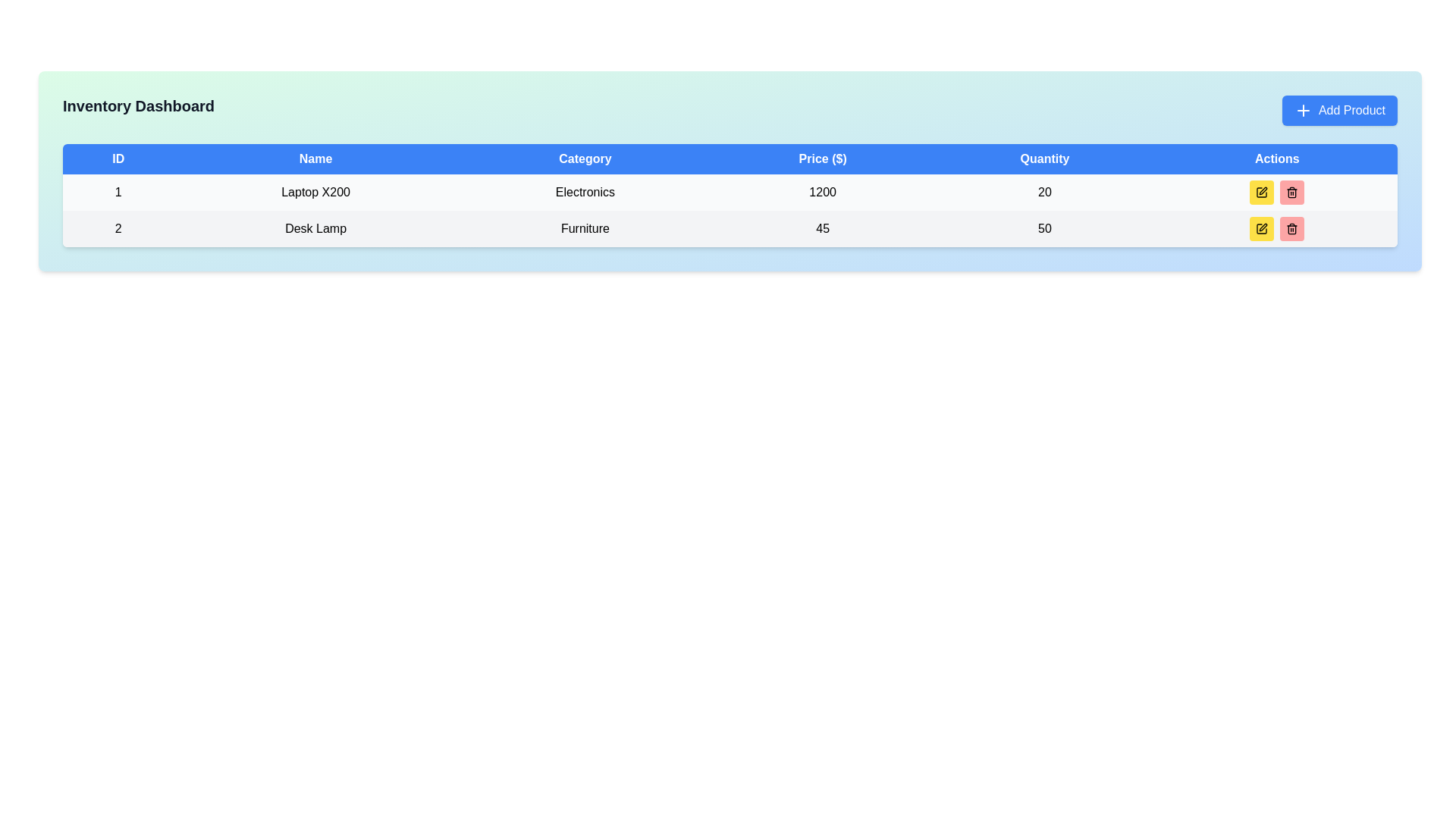 The image size is (1456, 819). Describe the element at coordinates (730, 228) in the screenshot. I see `information displayed in the second row of the table, which contains the data fields: '2' under 'ID', 'Desk Lamp' under 'Name', 'Furniture' under 'Category', '45' under 'Price ($)', and '50' under 'Quantity'` at that location.